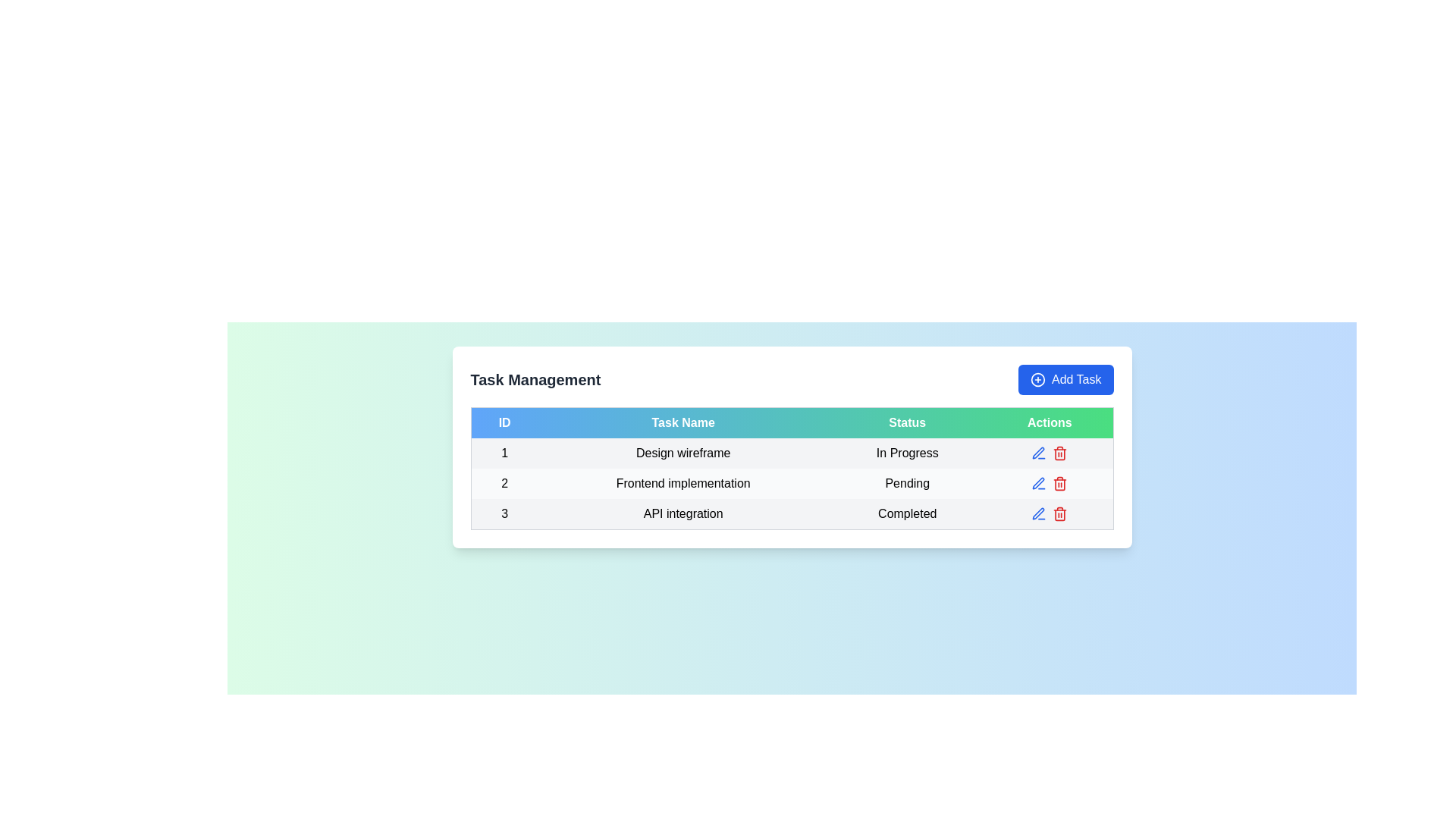  I want to click on the pen icon represented as a vector graphic within the 'Actions' column of the task management table, so click(1037, 452).